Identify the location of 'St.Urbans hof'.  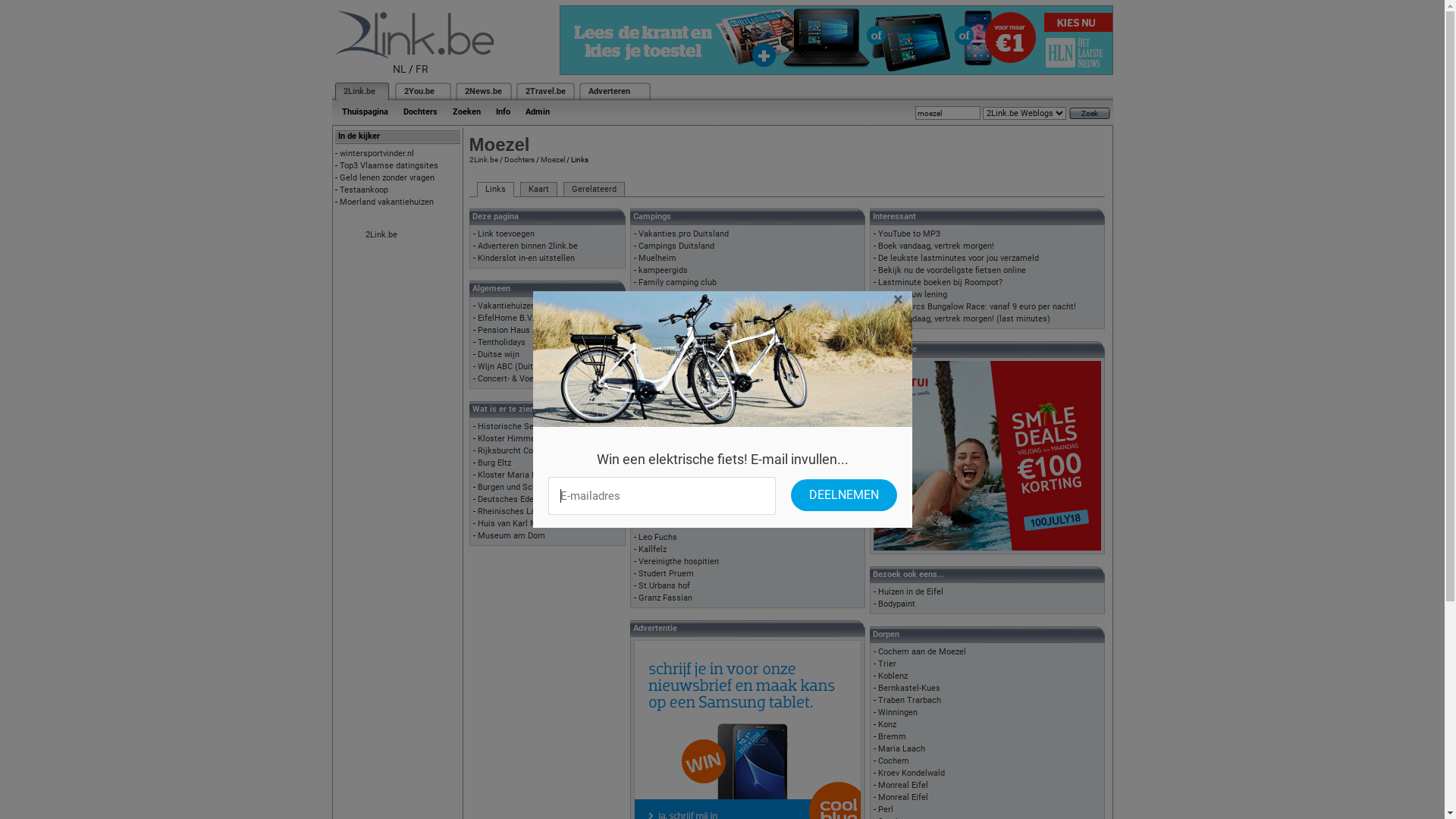
(638, 585).